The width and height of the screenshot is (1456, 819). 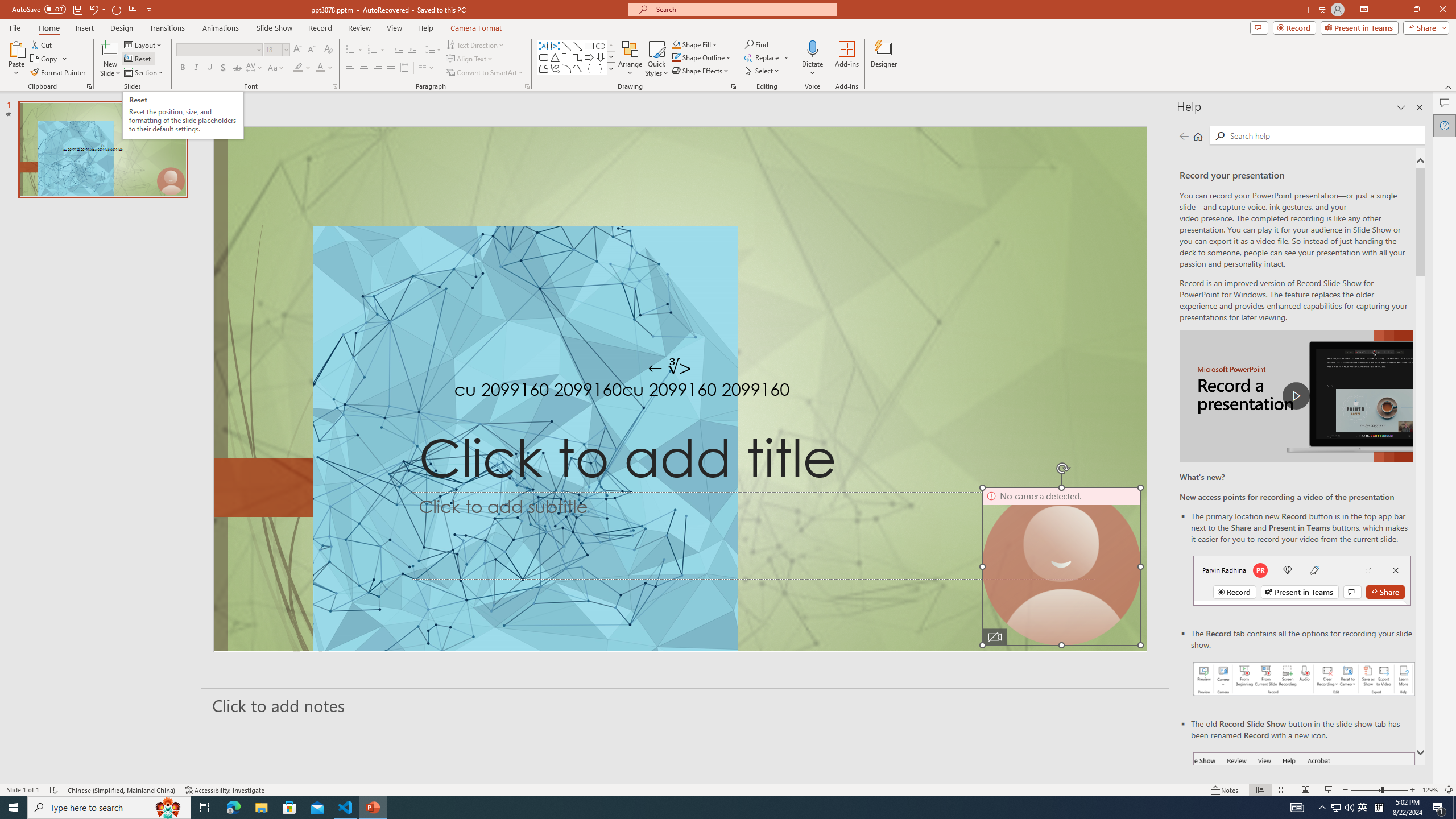 What do you see at coordinates (209, 67) in the screenshot?
I see `'Underline'` at bounding box center [209, 67].